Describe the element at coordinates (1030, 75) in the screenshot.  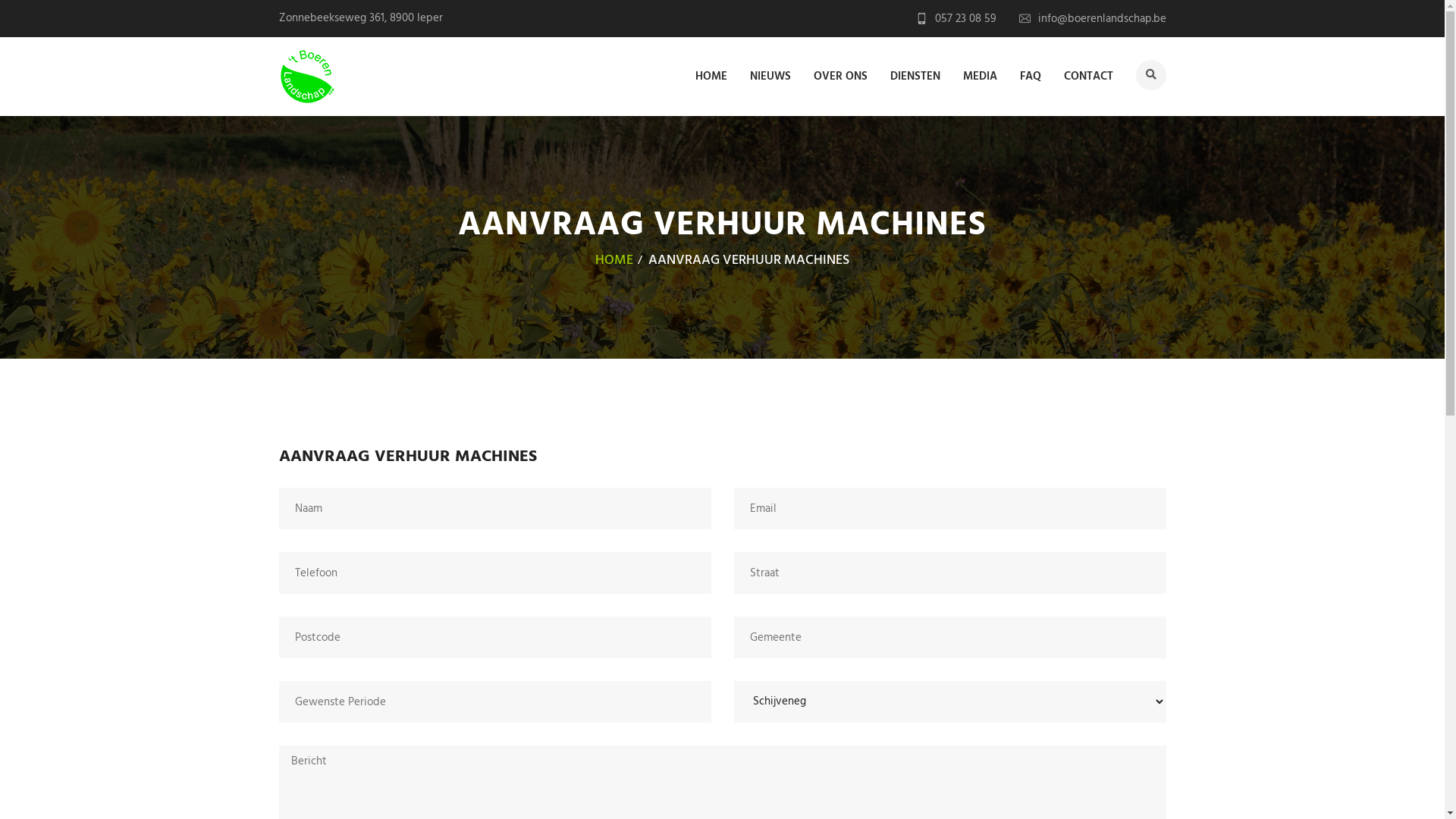
I see `'FAQ'` at that location.